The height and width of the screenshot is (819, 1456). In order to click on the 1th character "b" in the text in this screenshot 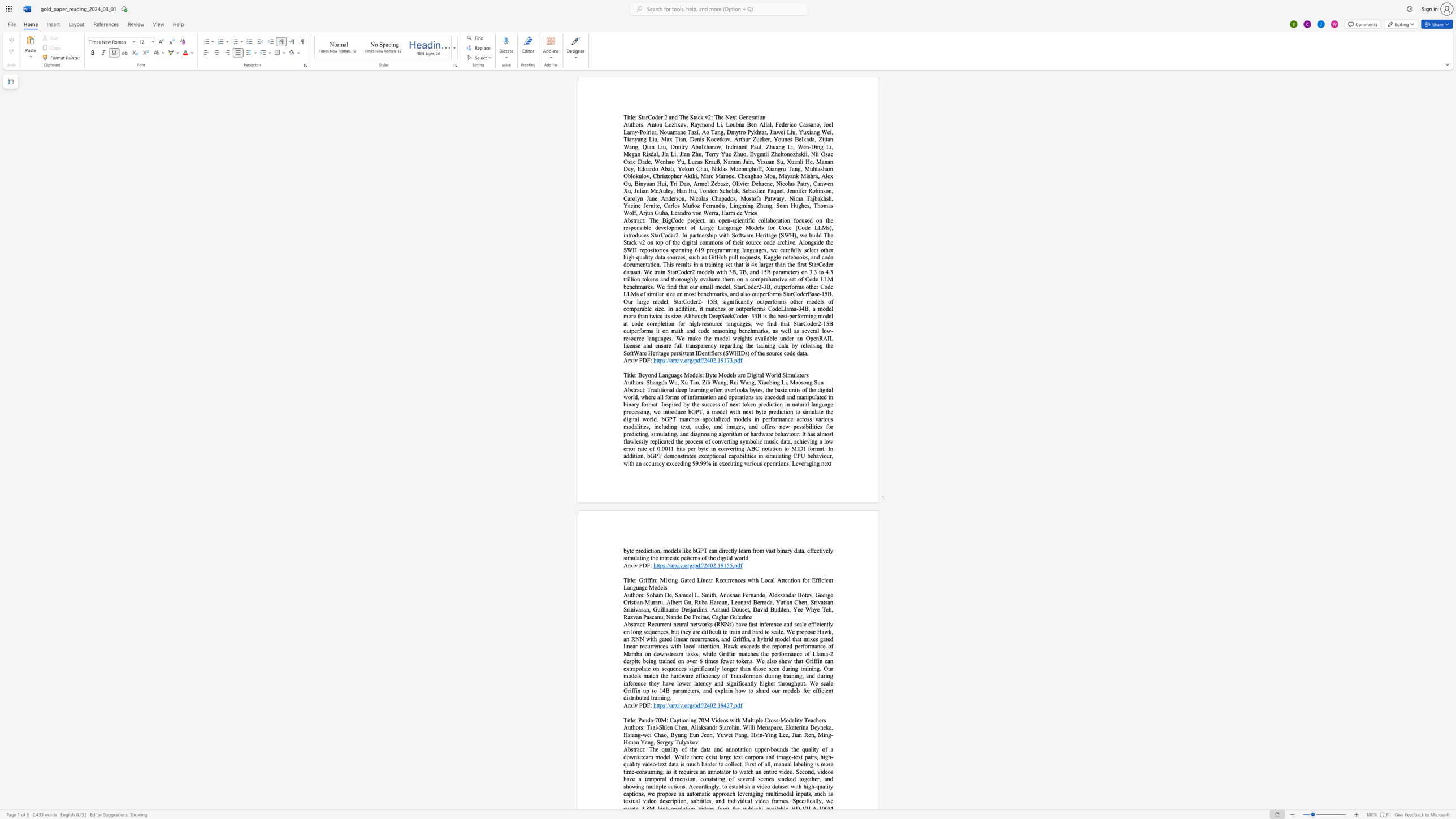, I will do `click(770, 382)`.